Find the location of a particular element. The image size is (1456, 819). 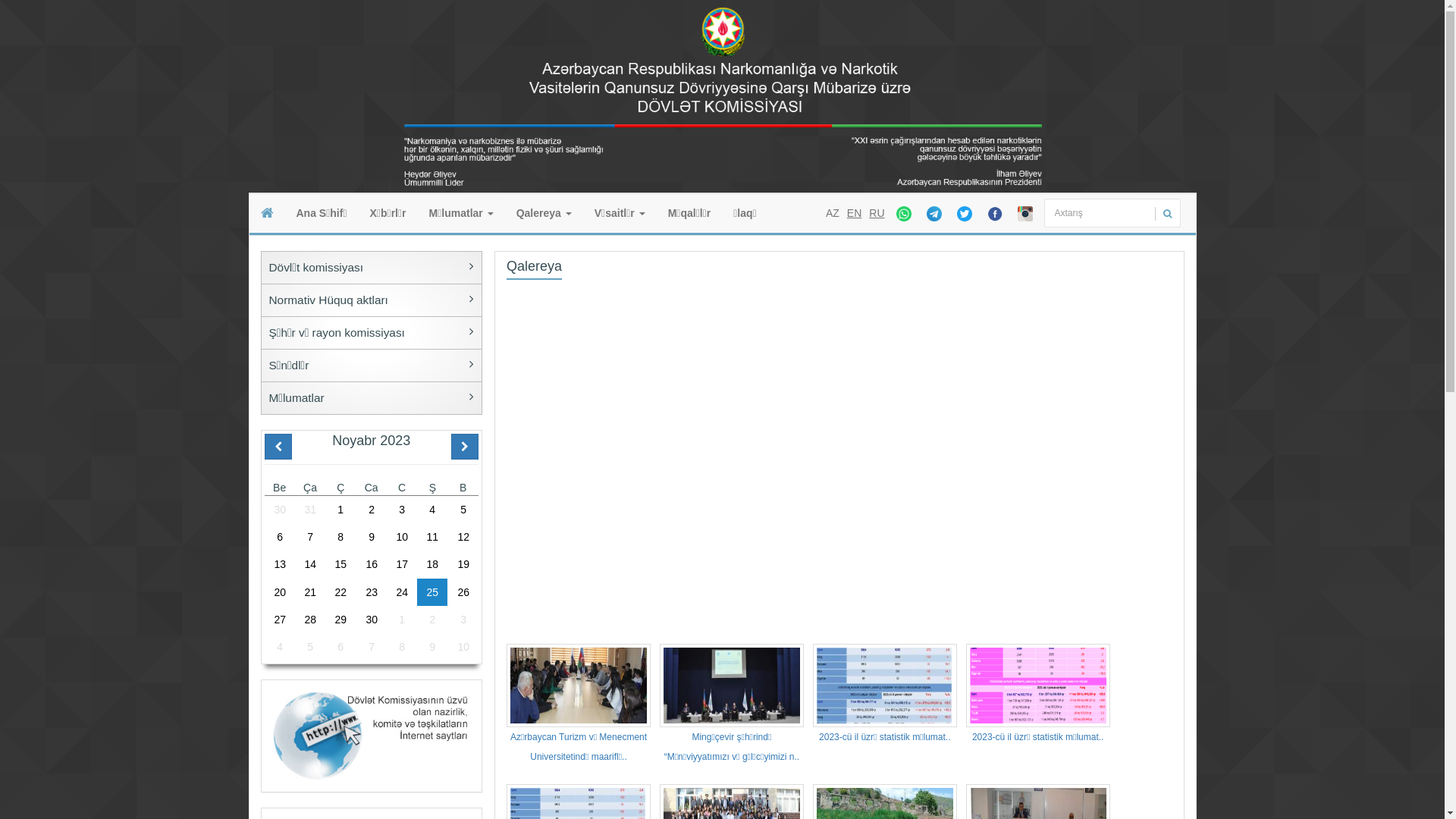

'EN' is located at coordinates (854, 213).